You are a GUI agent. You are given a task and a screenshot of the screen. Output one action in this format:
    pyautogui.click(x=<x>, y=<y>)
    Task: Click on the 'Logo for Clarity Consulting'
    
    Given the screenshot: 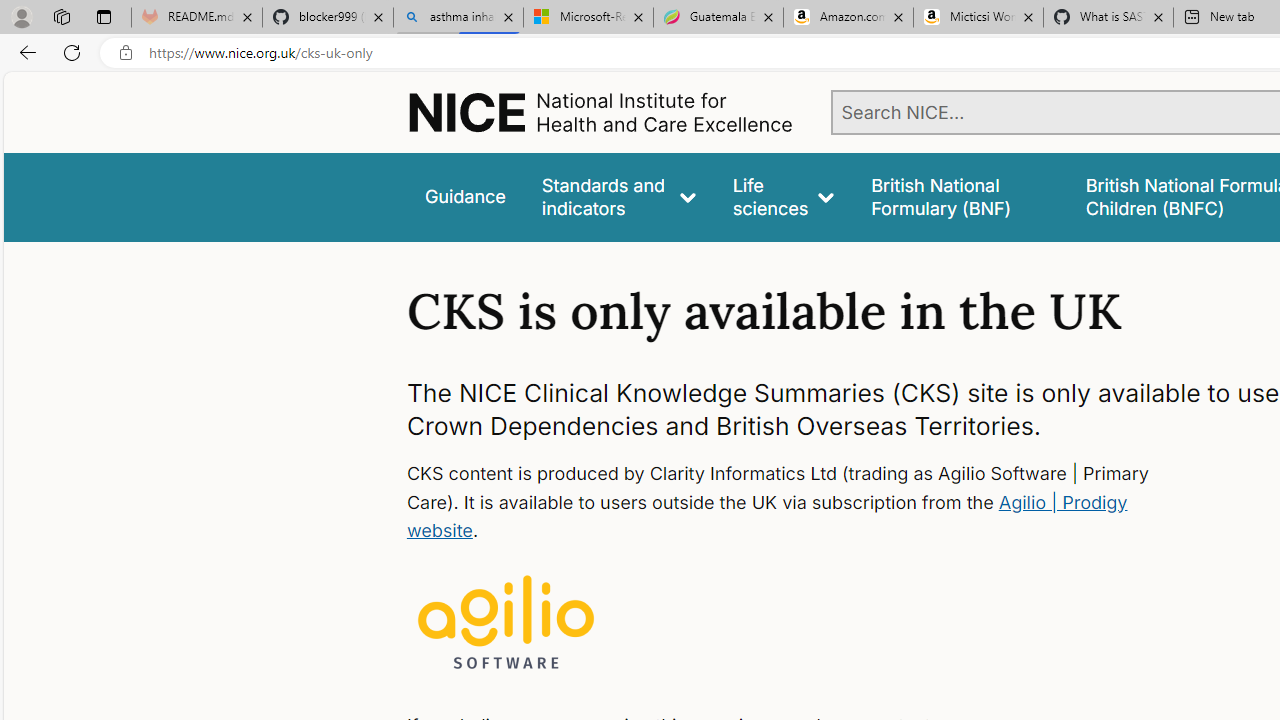 What is the action you would take?
    pyautogui.click(x=506, y=623)
    